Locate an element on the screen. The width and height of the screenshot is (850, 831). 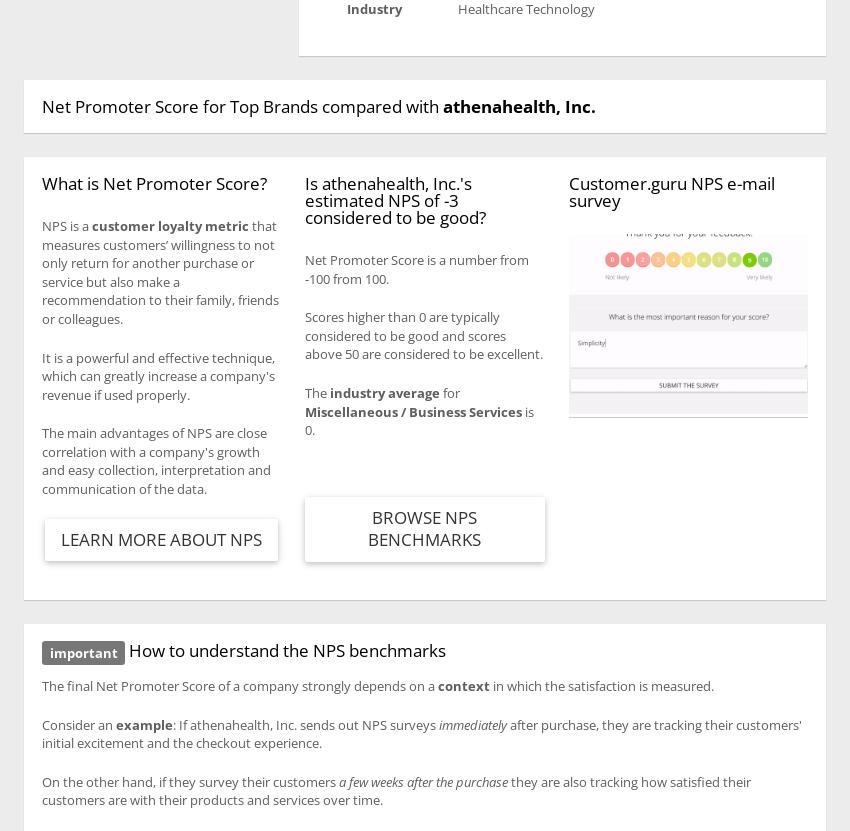
'example' is located at coordinates (144, 722).